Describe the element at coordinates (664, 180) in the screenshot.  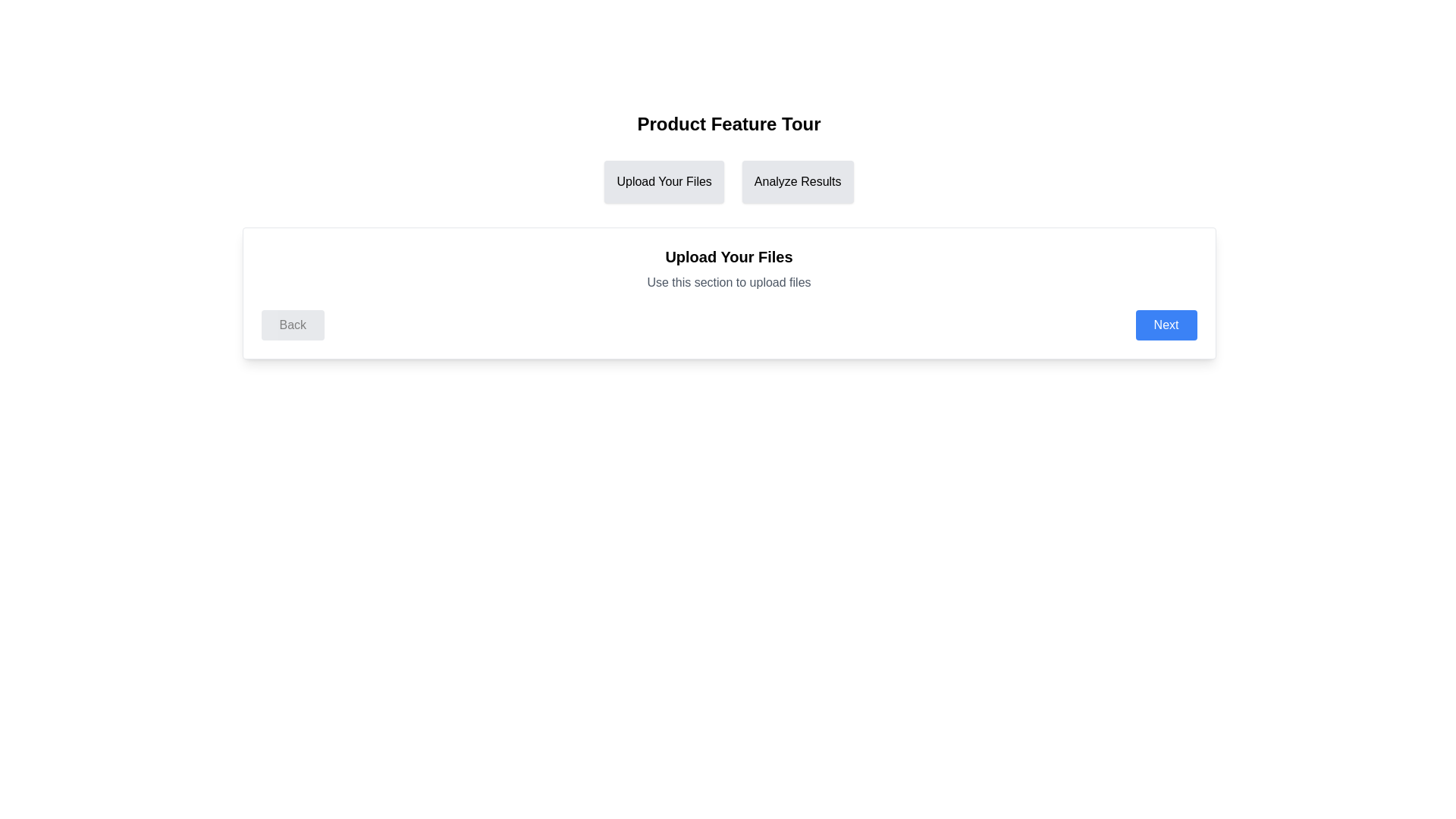
I see `the button labeled 'Upload Your Files' which is a rectangular component with a light gray background and rounded corners, located below the 'Product Feature Tour' heading` at that location.